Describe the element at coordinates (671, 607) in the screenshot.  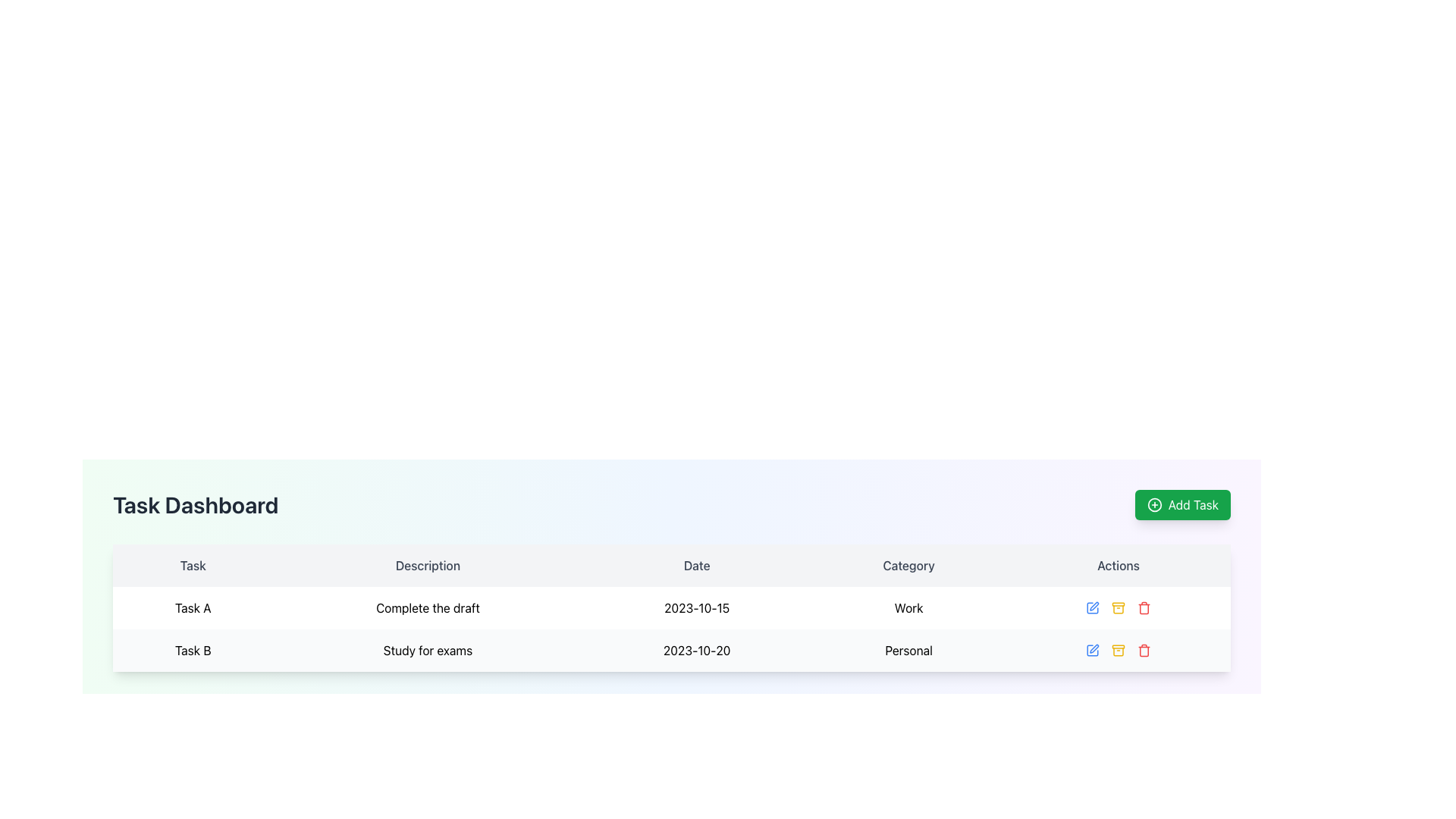
I see `the task entry in the second row of the task dashboard table, which provides details about a specific task and options for actions` at that location.